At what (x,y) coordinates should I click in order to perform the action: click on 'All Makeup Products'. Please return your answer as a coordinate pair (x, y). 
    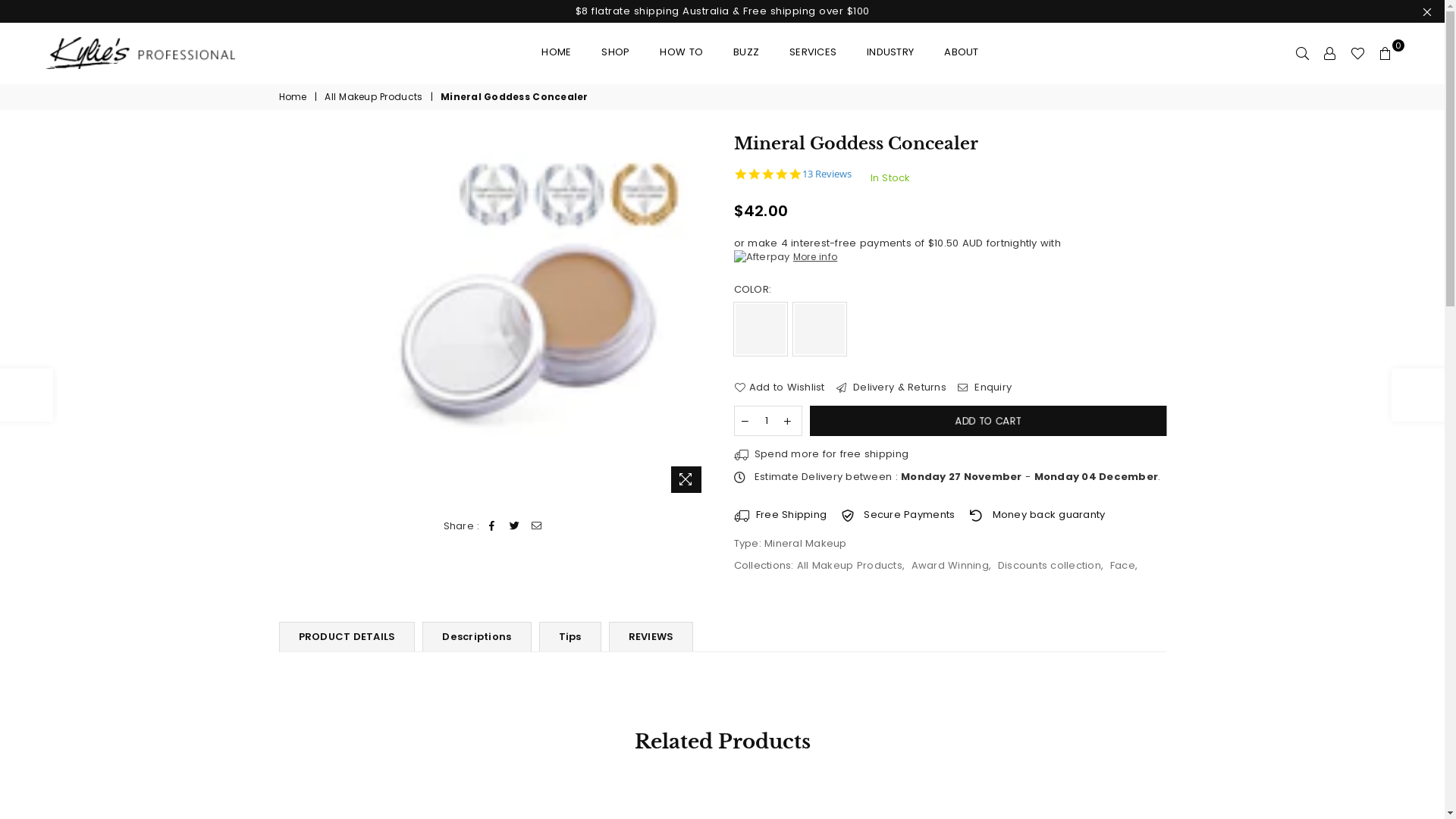
    Looking at the image, I should click on (849, 565).